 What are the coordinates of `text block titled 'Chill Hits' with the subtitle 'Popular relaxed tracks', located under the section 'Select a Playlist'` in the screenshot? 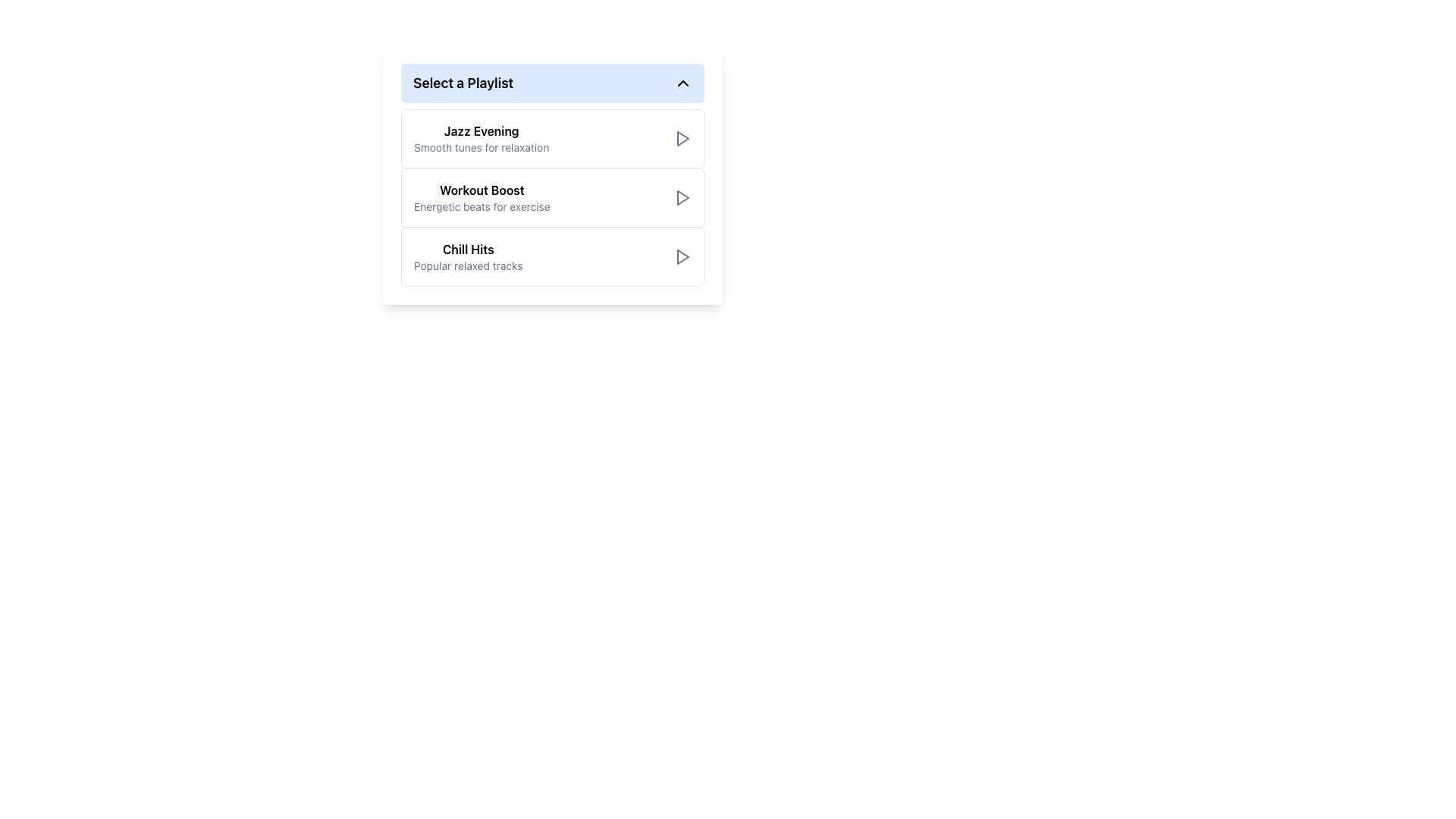 It's located at (467, 256).